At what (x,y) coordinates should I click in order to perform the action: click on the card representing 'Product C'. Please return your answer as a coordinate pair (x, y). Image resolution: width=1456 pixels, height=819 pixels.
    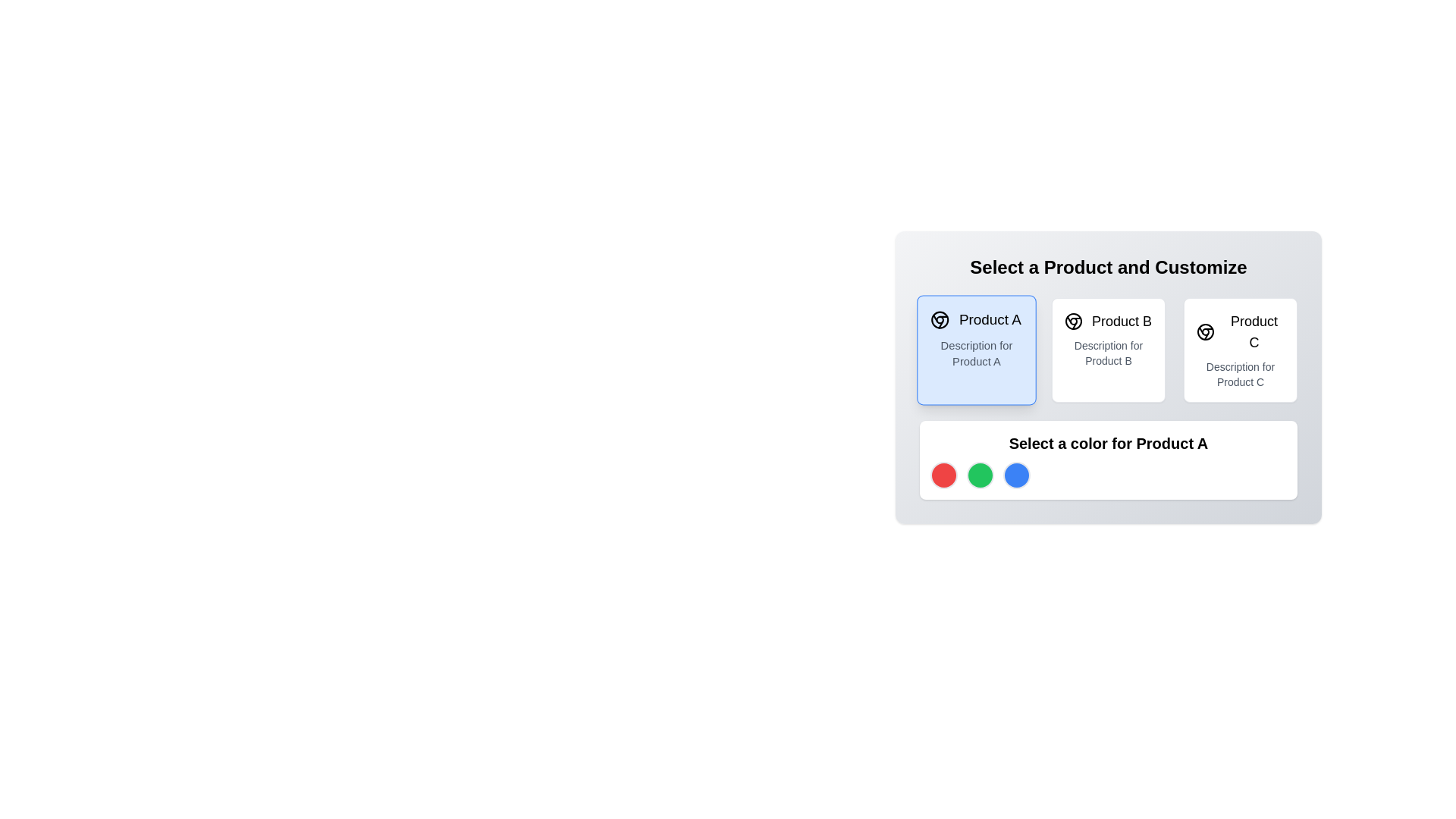
    Looking at the image, I should click on (1241, 350).